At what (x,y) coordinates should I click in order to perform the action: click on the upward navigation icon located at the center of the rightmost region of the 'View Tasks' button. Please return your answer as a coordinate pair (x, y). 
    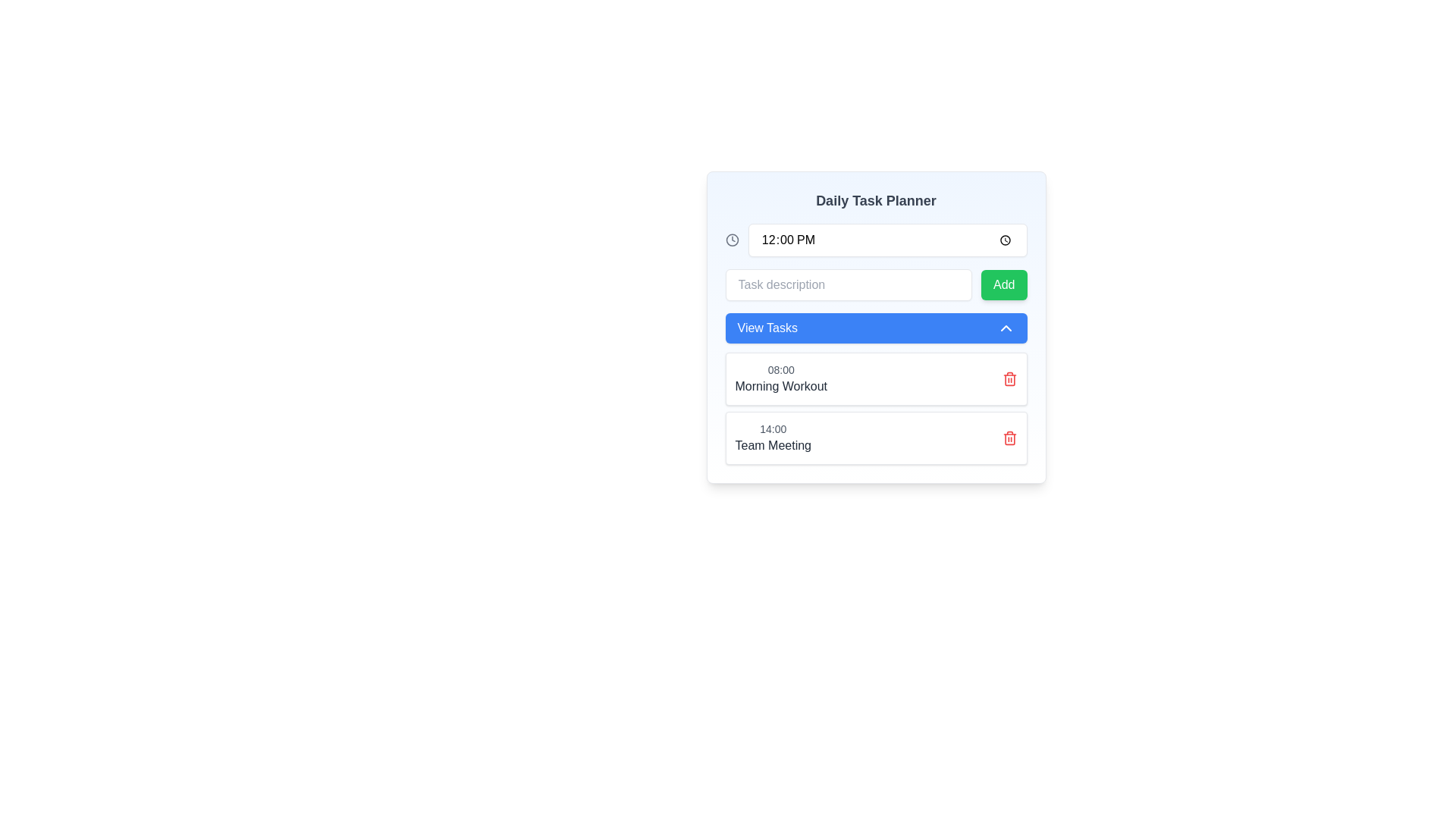
    Looking at the image, I should click on (1006, 327).